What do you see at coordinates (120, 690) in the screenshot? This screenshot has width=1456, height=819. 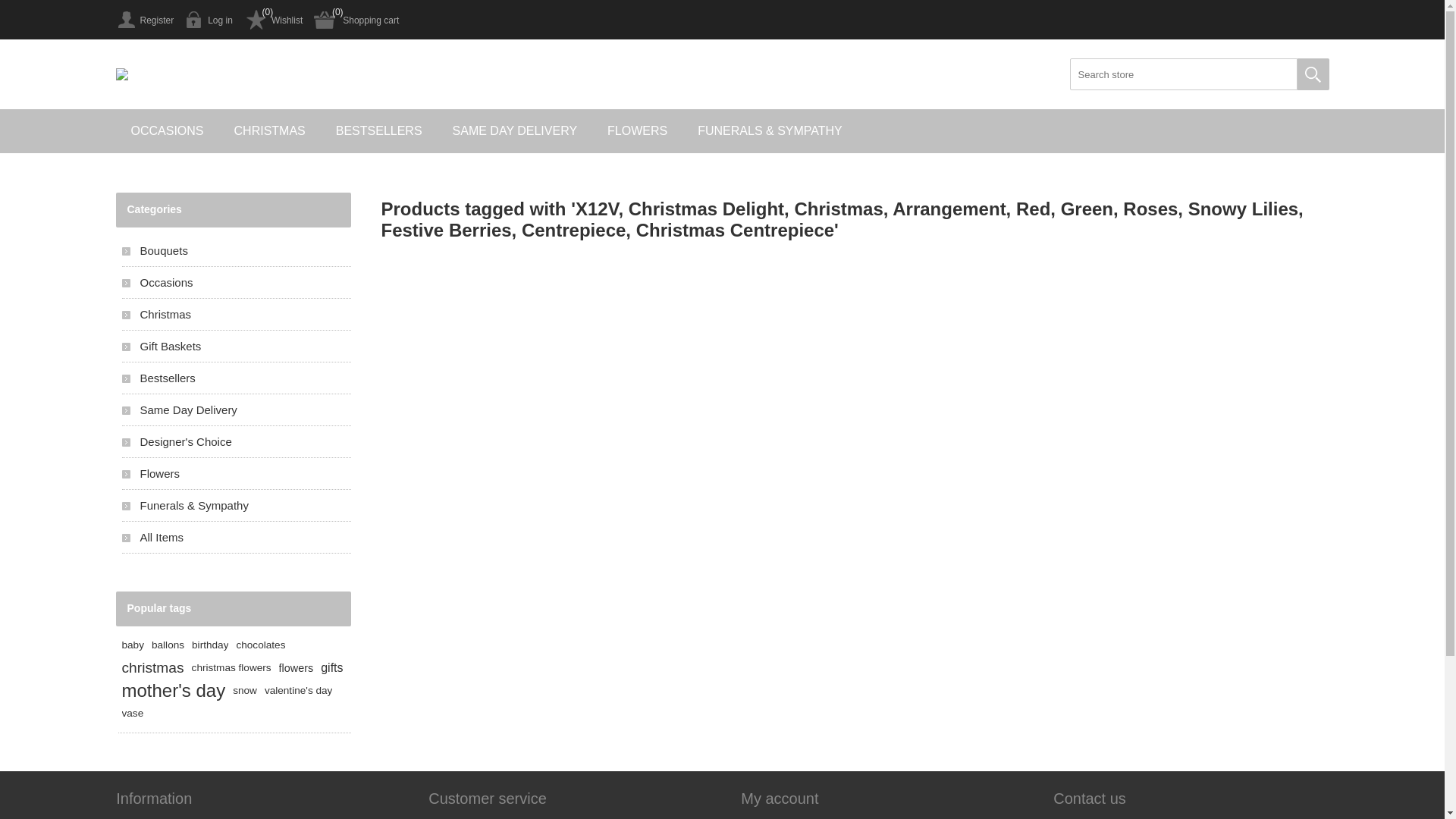 I see `'mother's day'` at bounding box center [120, 690].